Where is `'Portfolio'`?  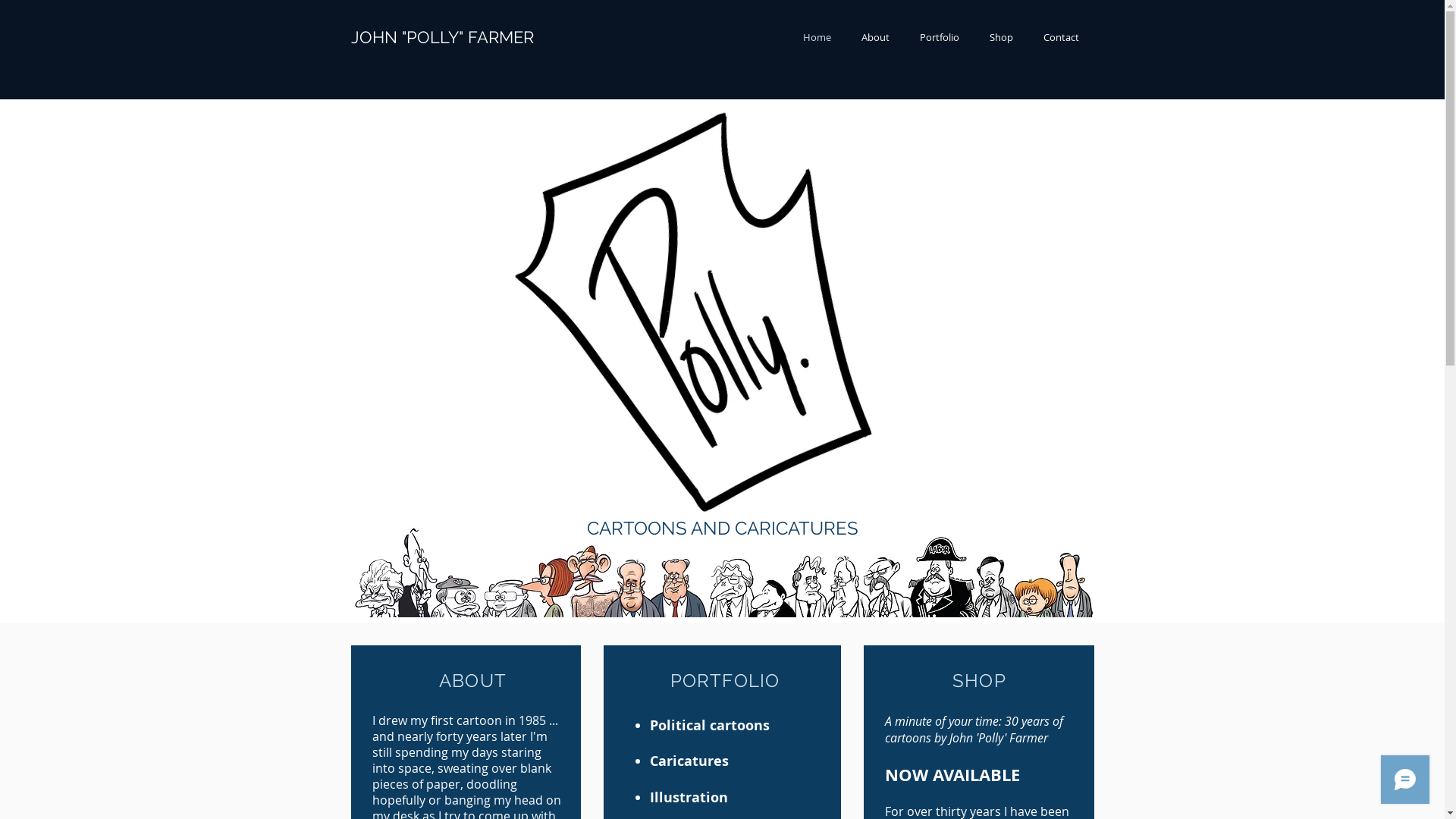
'Portfolio' is located at coordinates (938, 36).